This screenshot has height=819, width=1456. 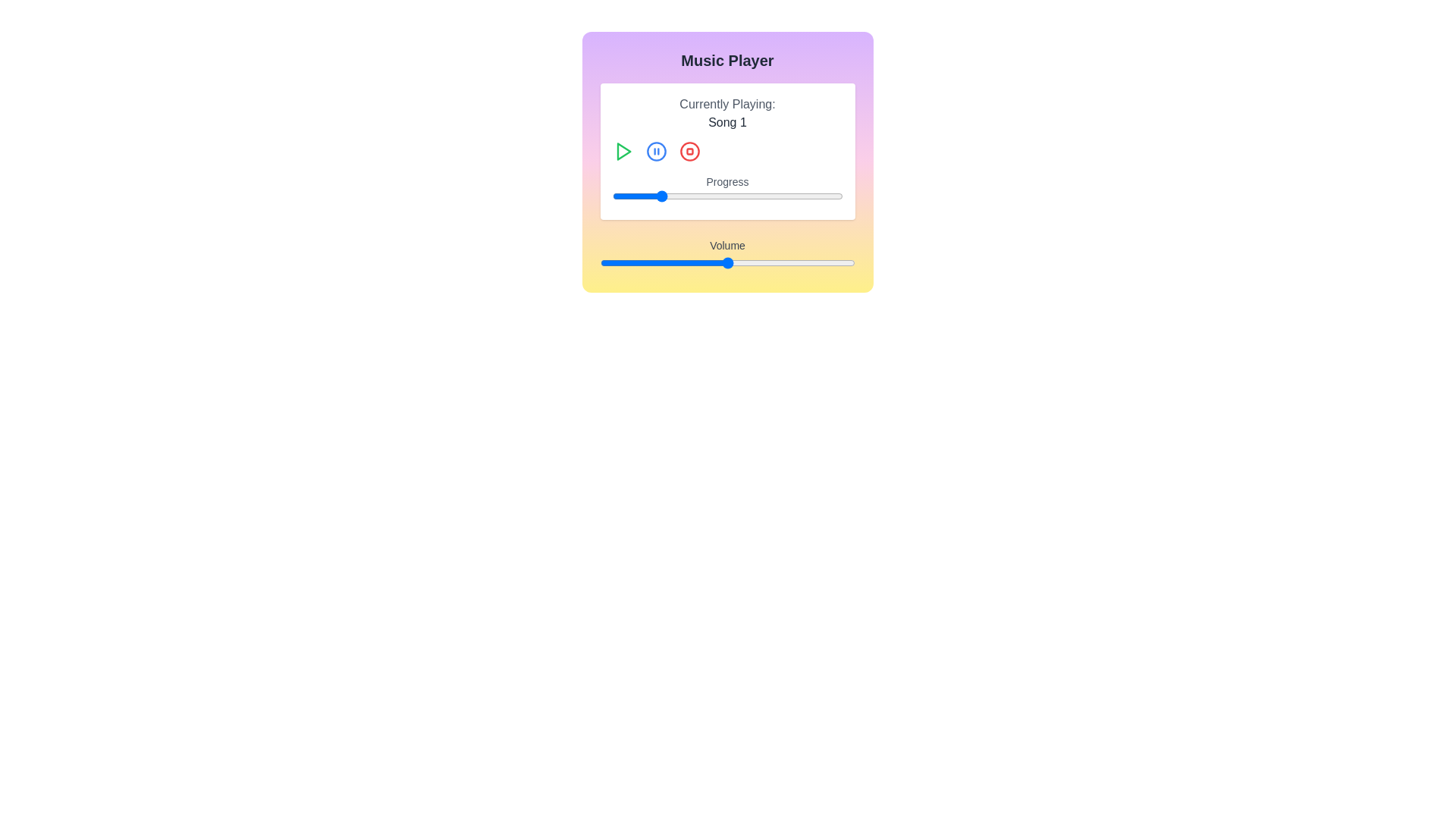 I want to click on the green play button to play the current song, so click(x=623, y=152).